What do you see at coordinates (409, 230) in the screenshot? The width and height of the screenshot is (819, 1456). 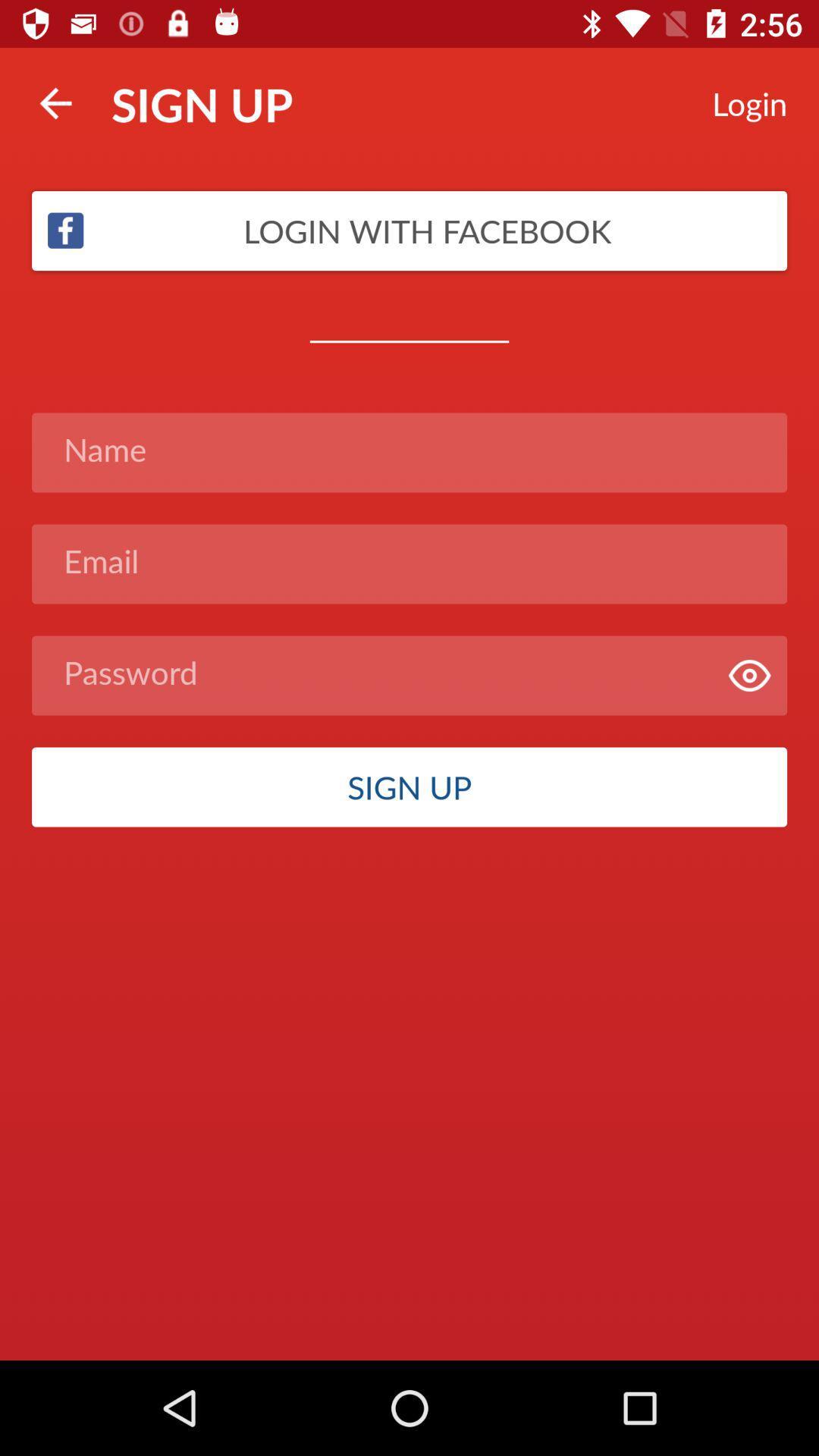 I see `the login with facebook` at bounding box center [409, 230].